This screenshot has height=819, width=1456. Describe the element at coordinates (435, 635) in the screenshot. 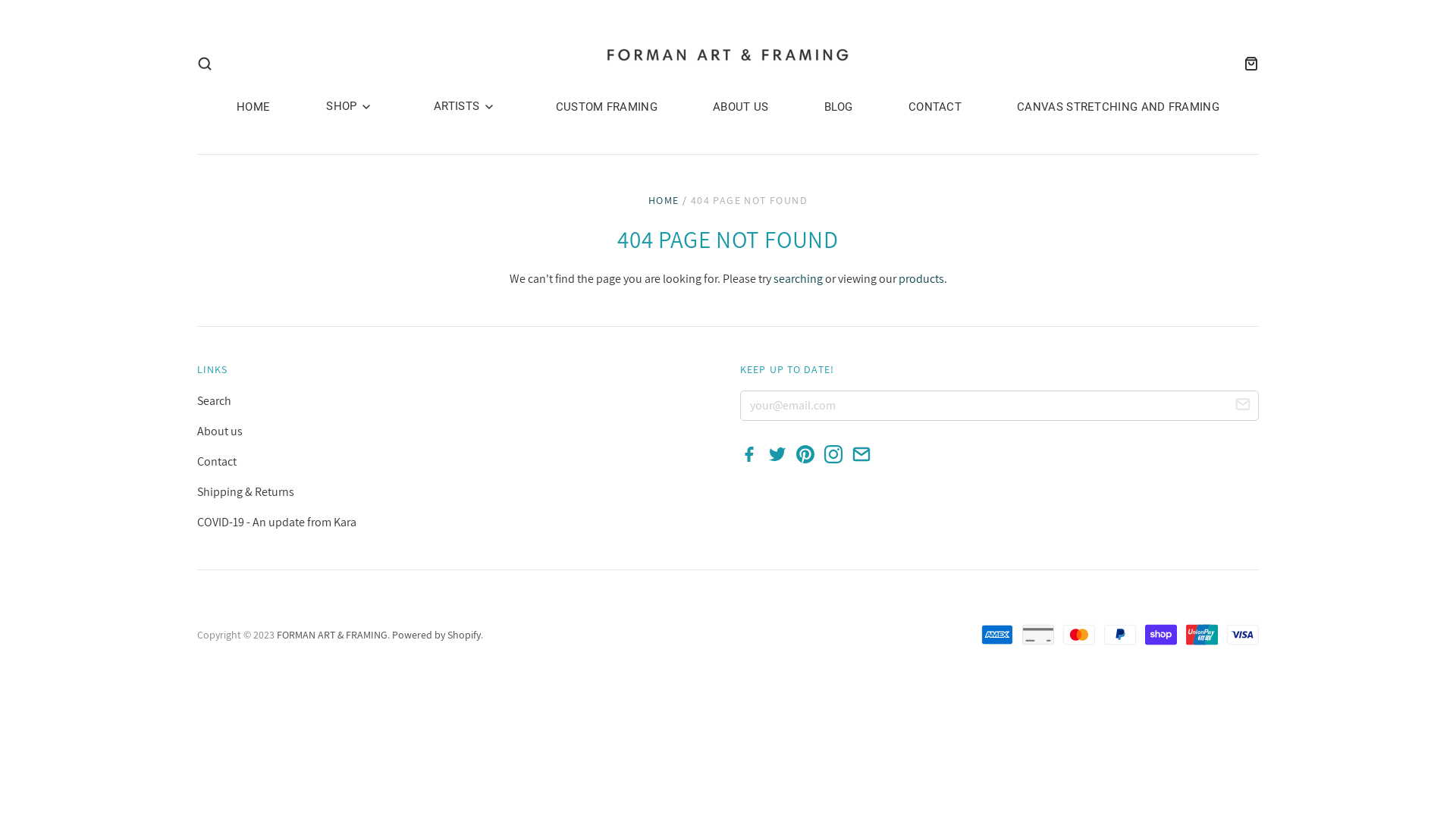

I see `'Powered by Shopify'` at that location.